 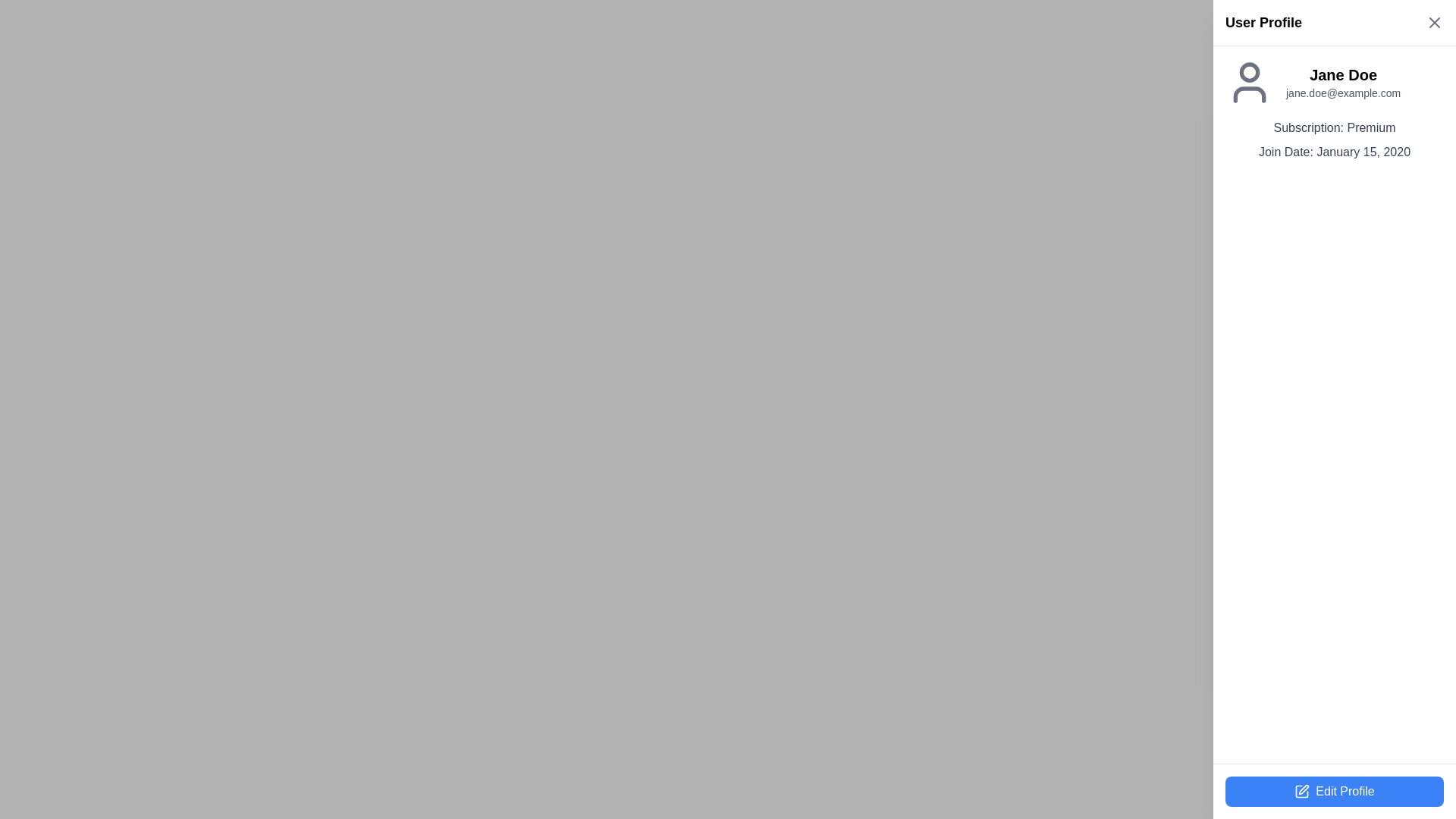 I want to click on the lower part of the user profile icon, which is styled in a line-drawing manner and located below the circular profile image in the top-right section of the layout, so click(x=1249, y=94).